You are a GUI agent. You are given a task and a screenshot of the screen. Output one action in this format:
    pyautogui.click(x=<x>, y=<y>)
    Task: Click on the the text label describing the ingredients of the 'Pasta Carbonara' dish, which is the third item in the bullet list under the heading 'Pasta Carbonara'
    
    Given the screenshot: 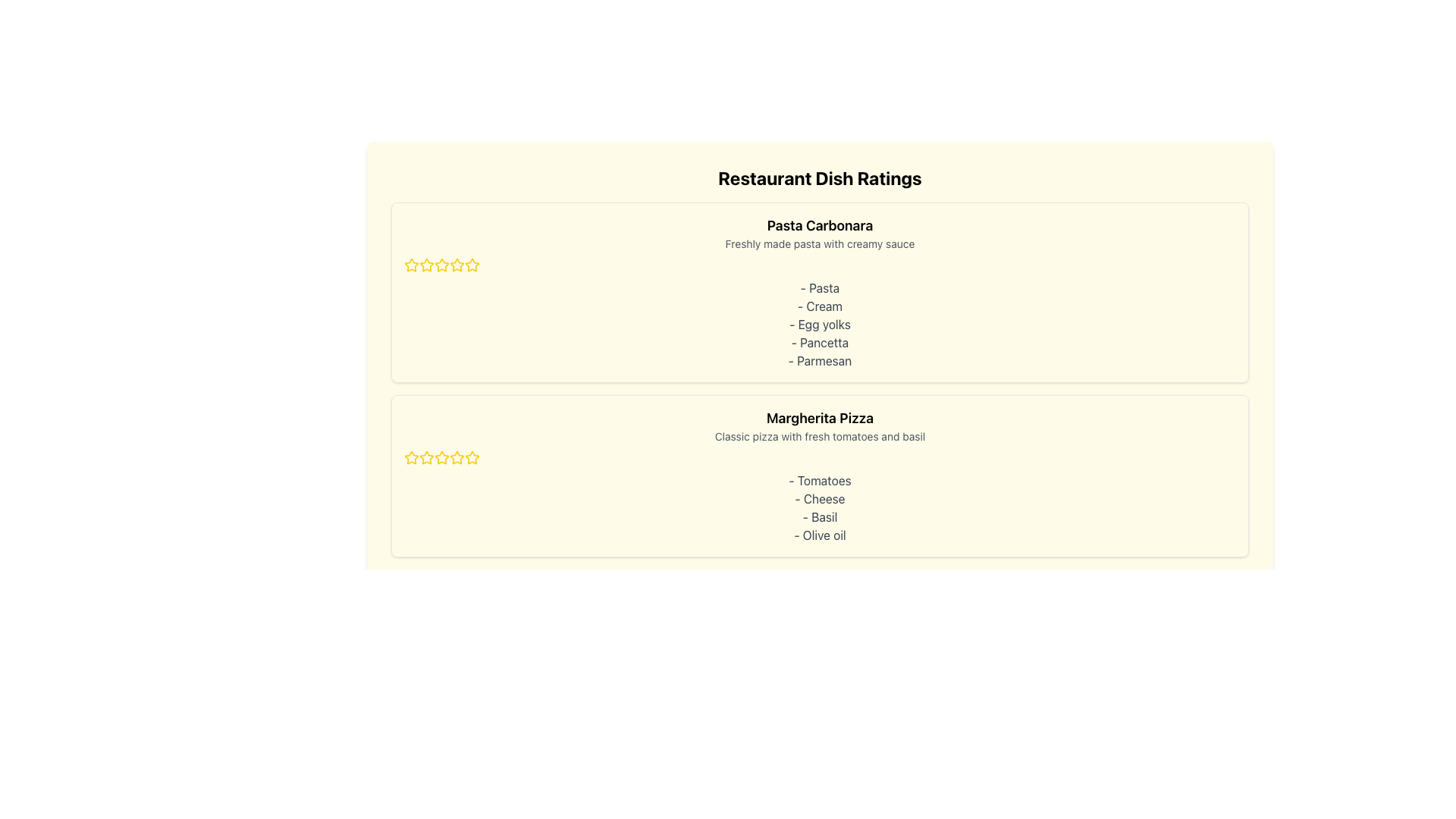 What is the action you would take?
    pyautogui.click(x=819, y=324)
    